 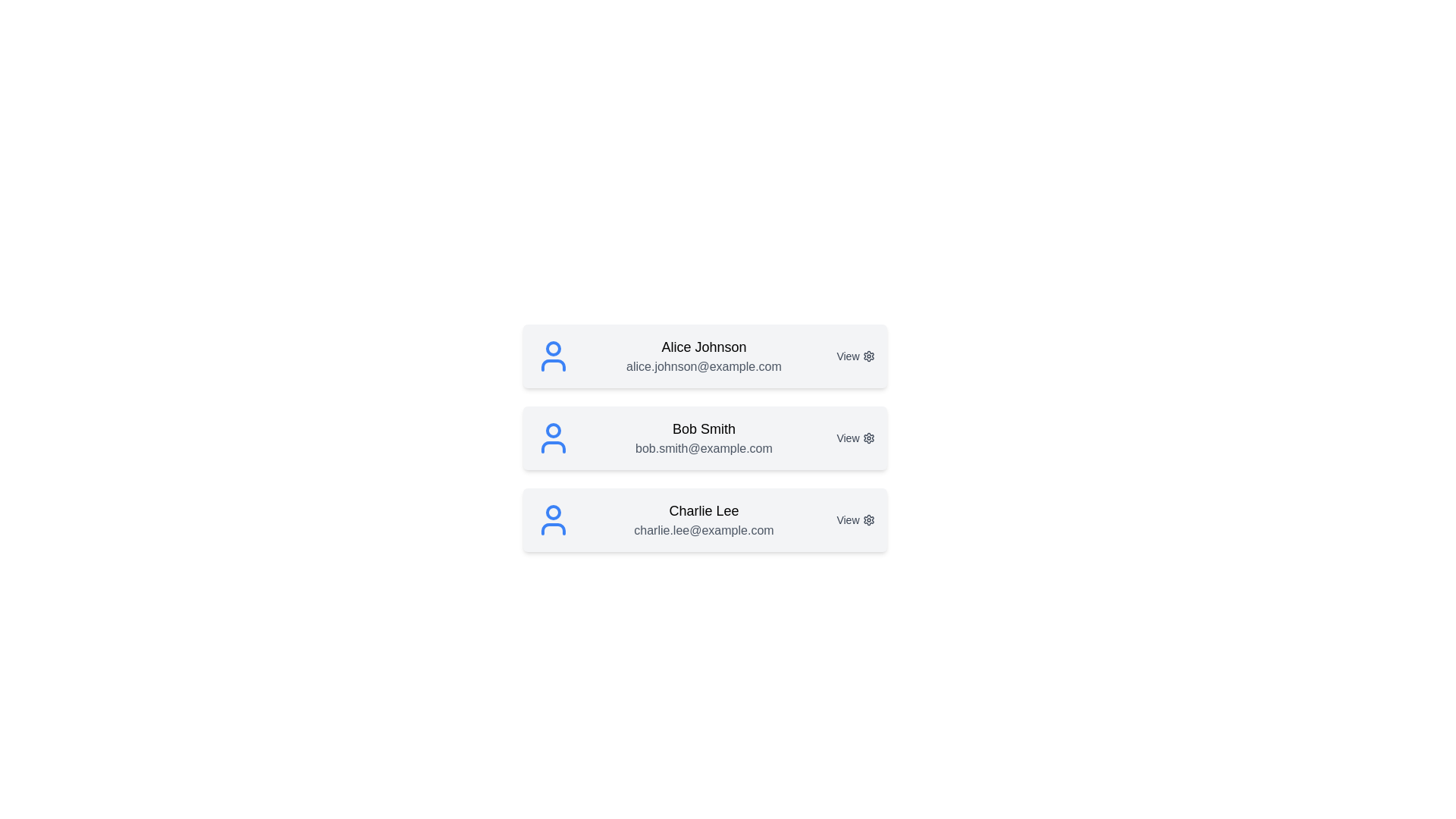 What do you see at coordinates (855, 438) in the screenshot?
I see `the button located at the top-right corner of the card containing 'Bob Smith' and 'bob.smith@example.com'` at bounding box center [855, 438].